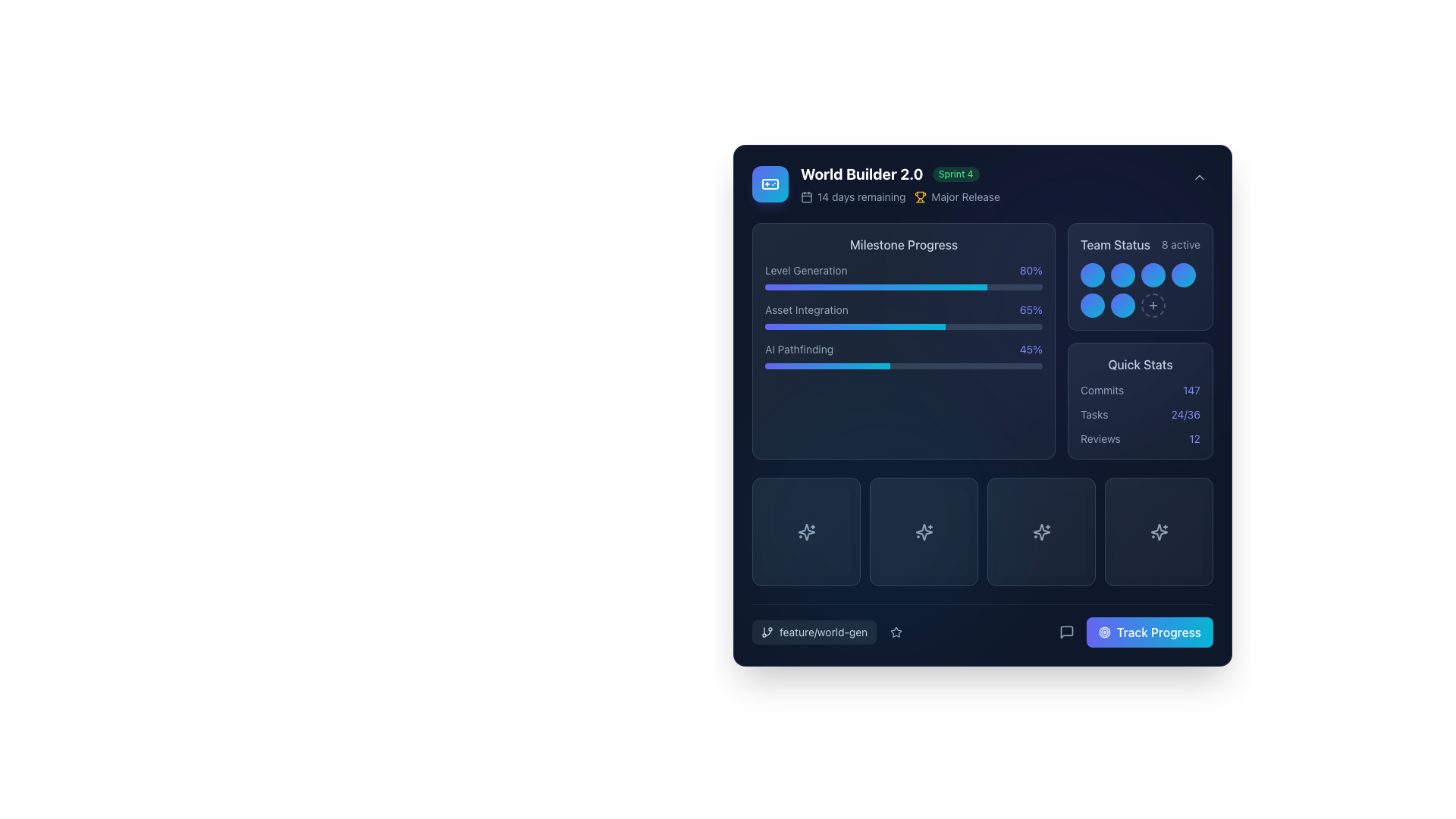  What do you see at coordinates (806, 196) in the screenshot?
I see `the deadline icon located in the top-left quadrant of the card section, adjacent to the '14 days remaining' text` at bounding box center [806, 196].